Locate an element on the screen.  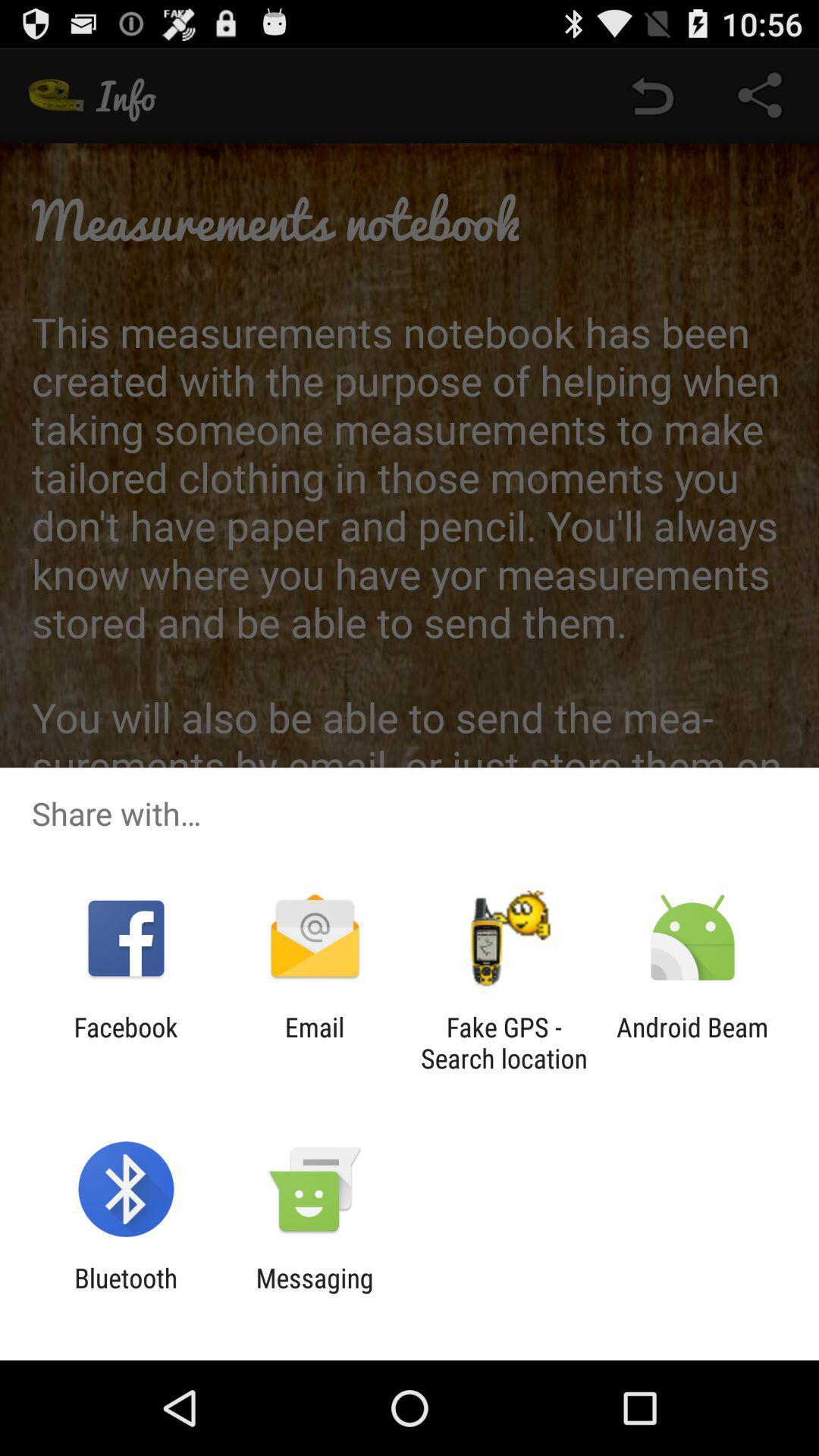
item at the bottom right corner is located at coordinates (692, 1042).